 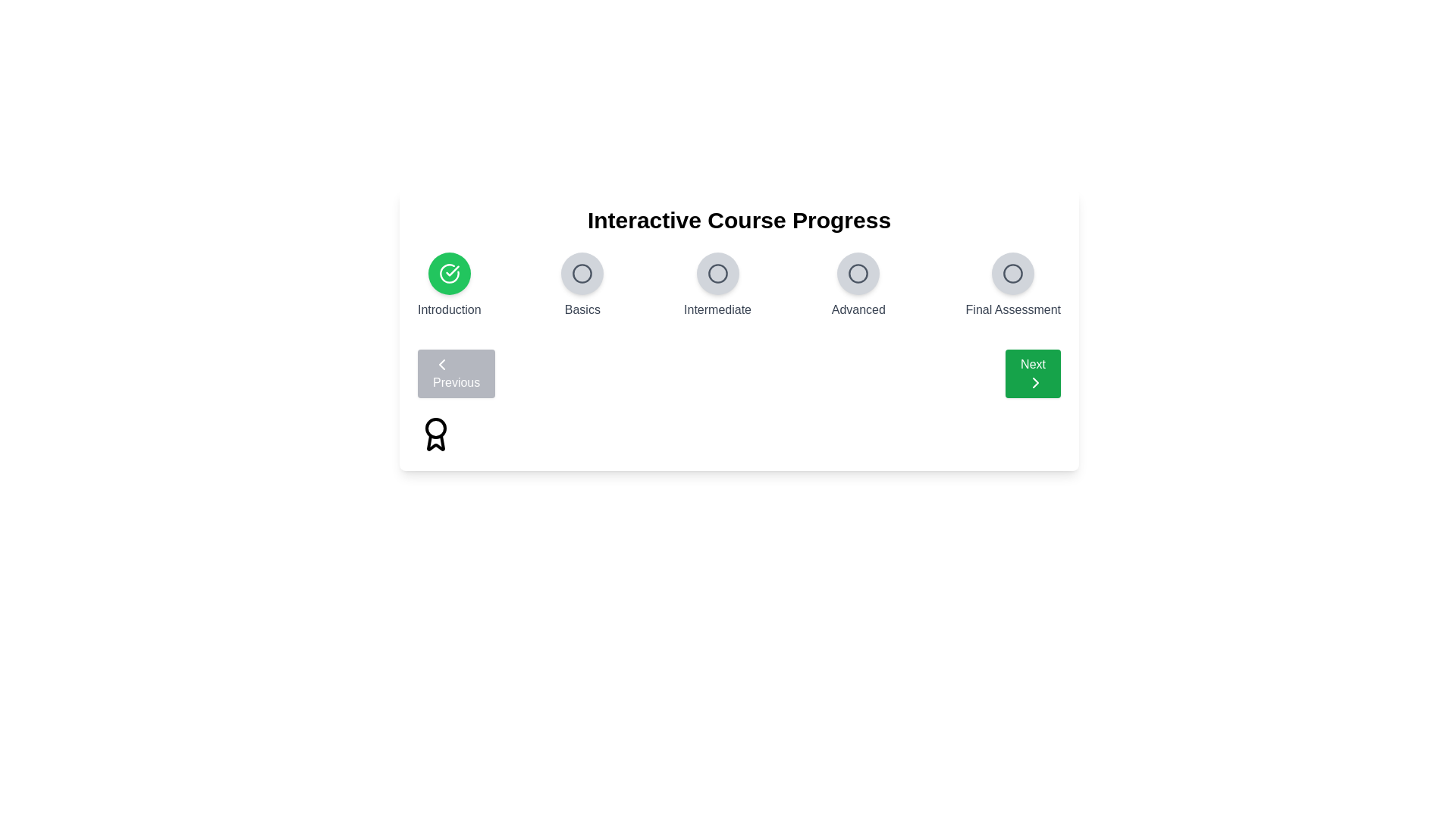 What do you see at coordinates (435, 435) in the screenshot?
I see `the decorative or informative icon representing an award or achievement, located at the bottom-left corner of the course progress card, directly below the 'Previous' button` at bounding box center [435, 435].